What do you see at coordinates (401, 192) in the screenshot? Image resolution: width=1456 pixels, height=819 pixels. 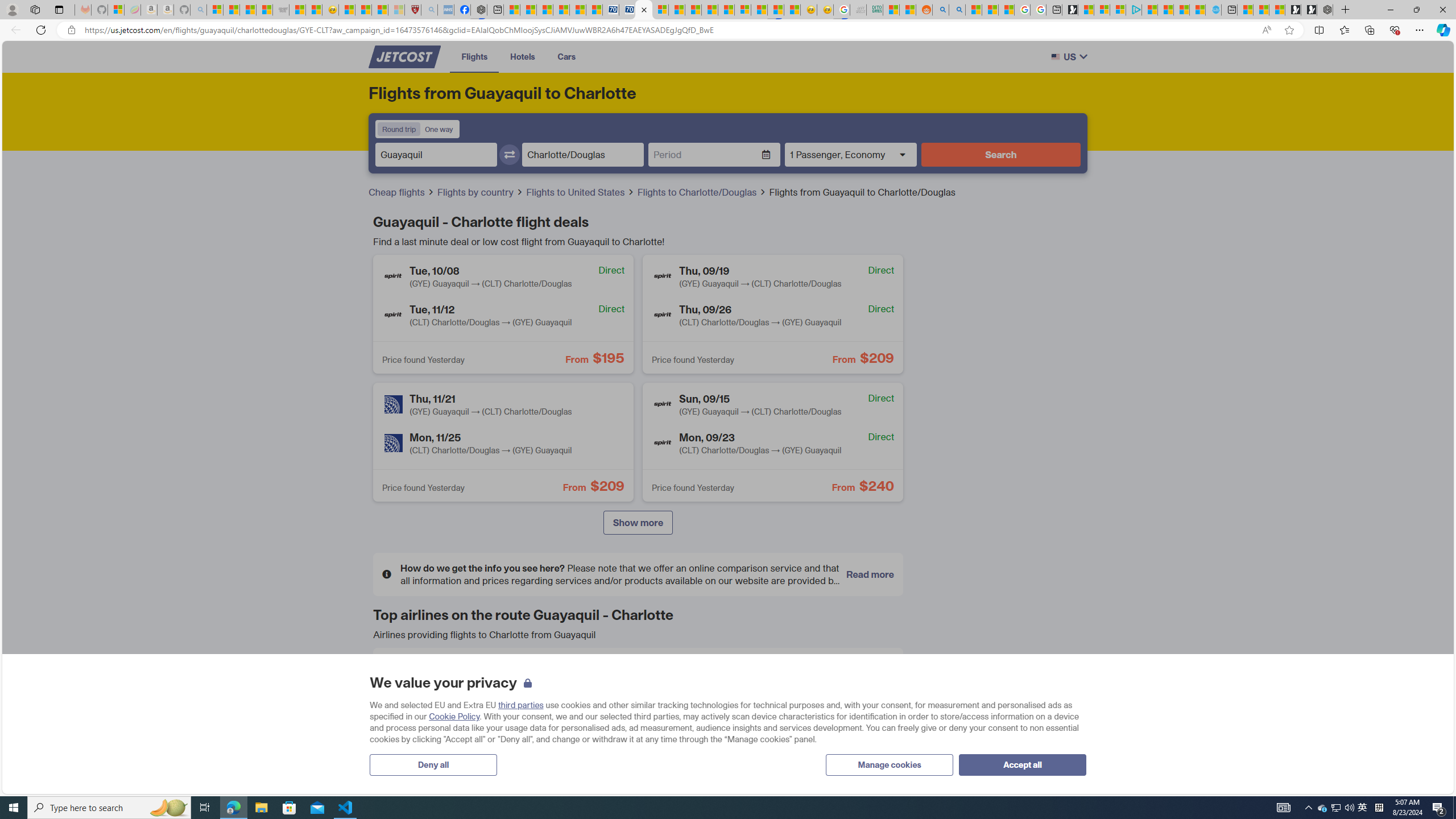 I see `'Cheap flights'` at bounding box center [401, 192].